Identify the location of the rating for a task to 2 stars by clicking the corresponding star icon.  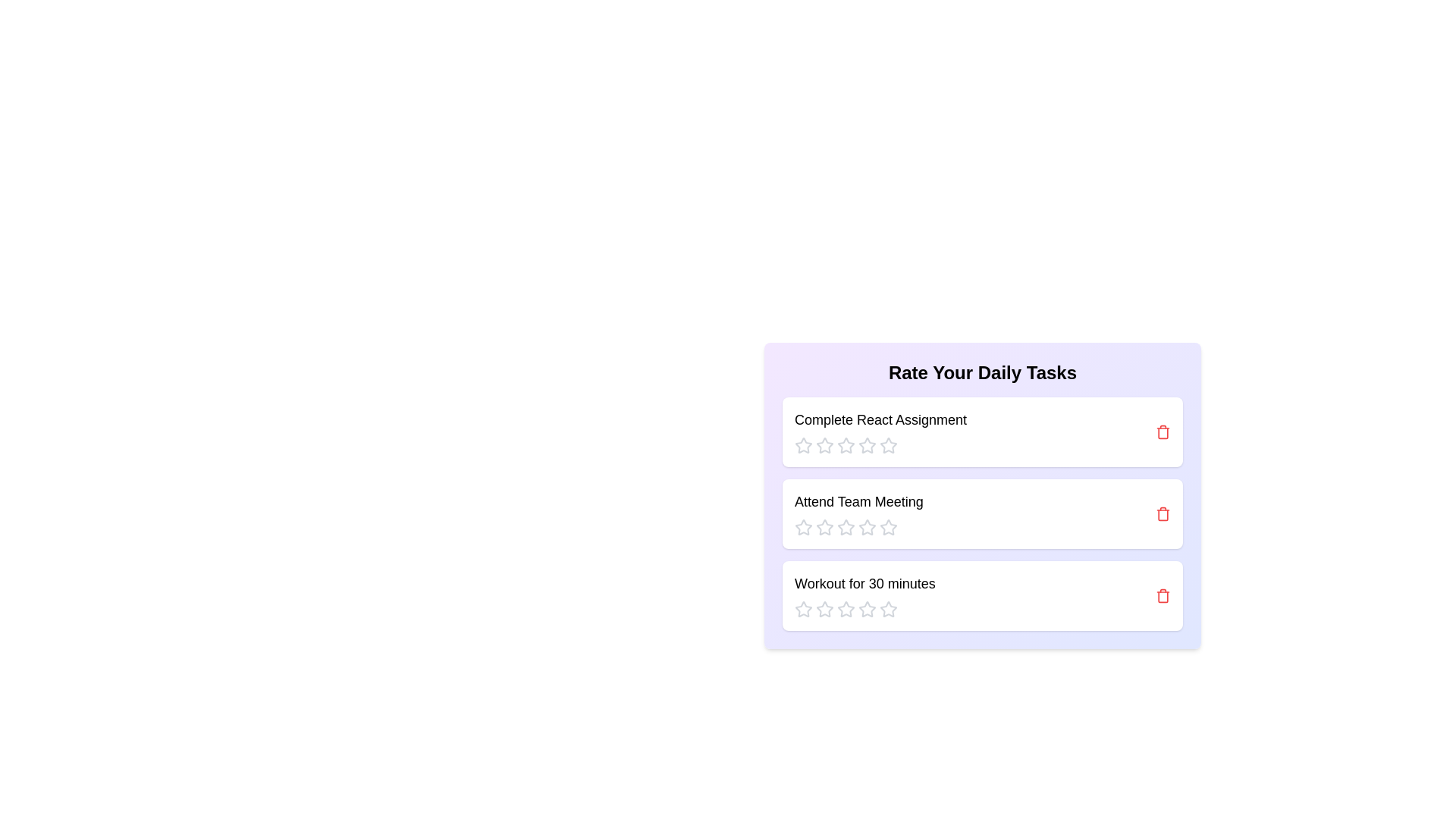
(824, 444).